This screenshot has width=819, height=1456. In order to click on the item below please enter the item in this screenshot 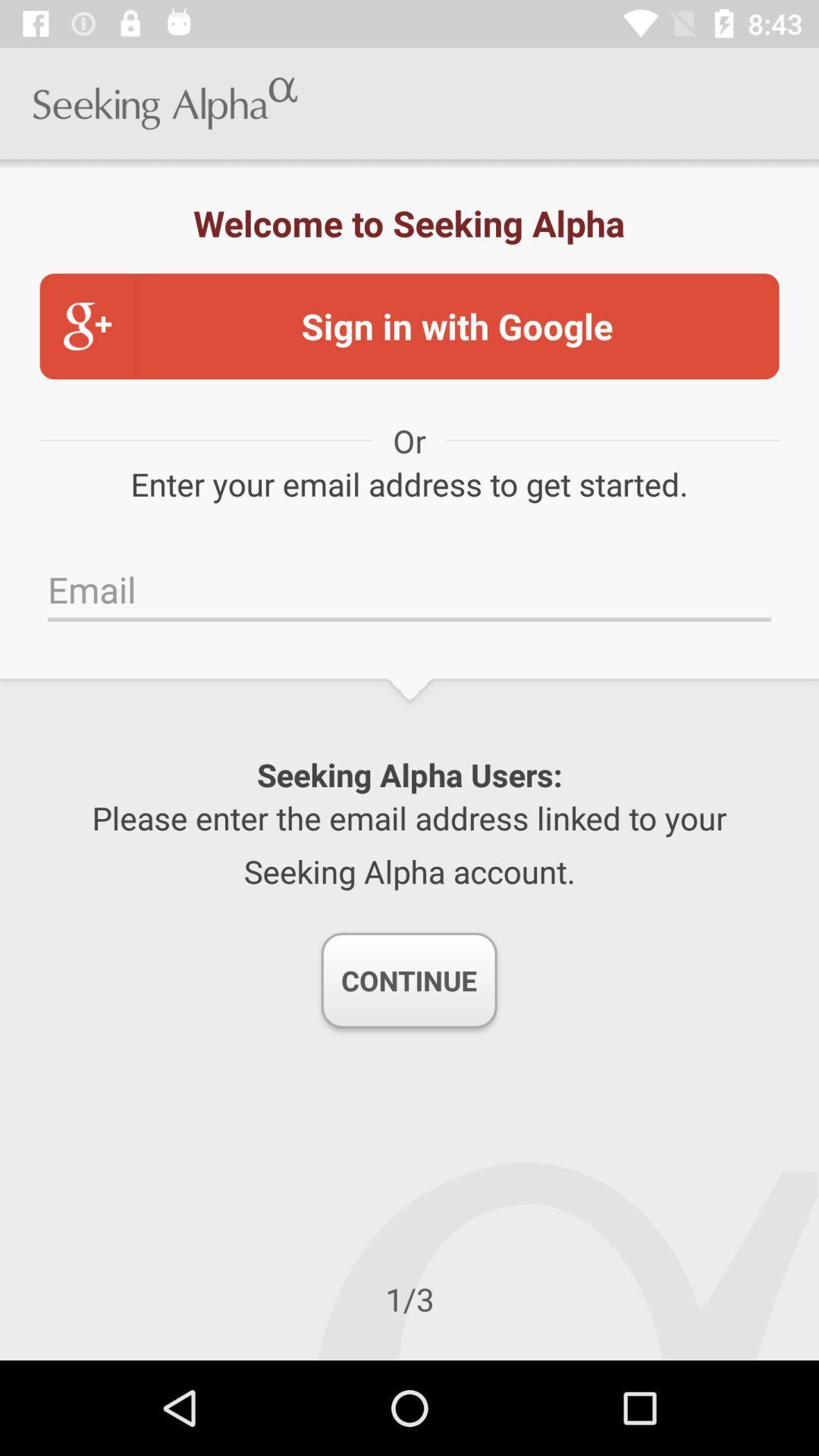, I will do `click(408, 980)`.